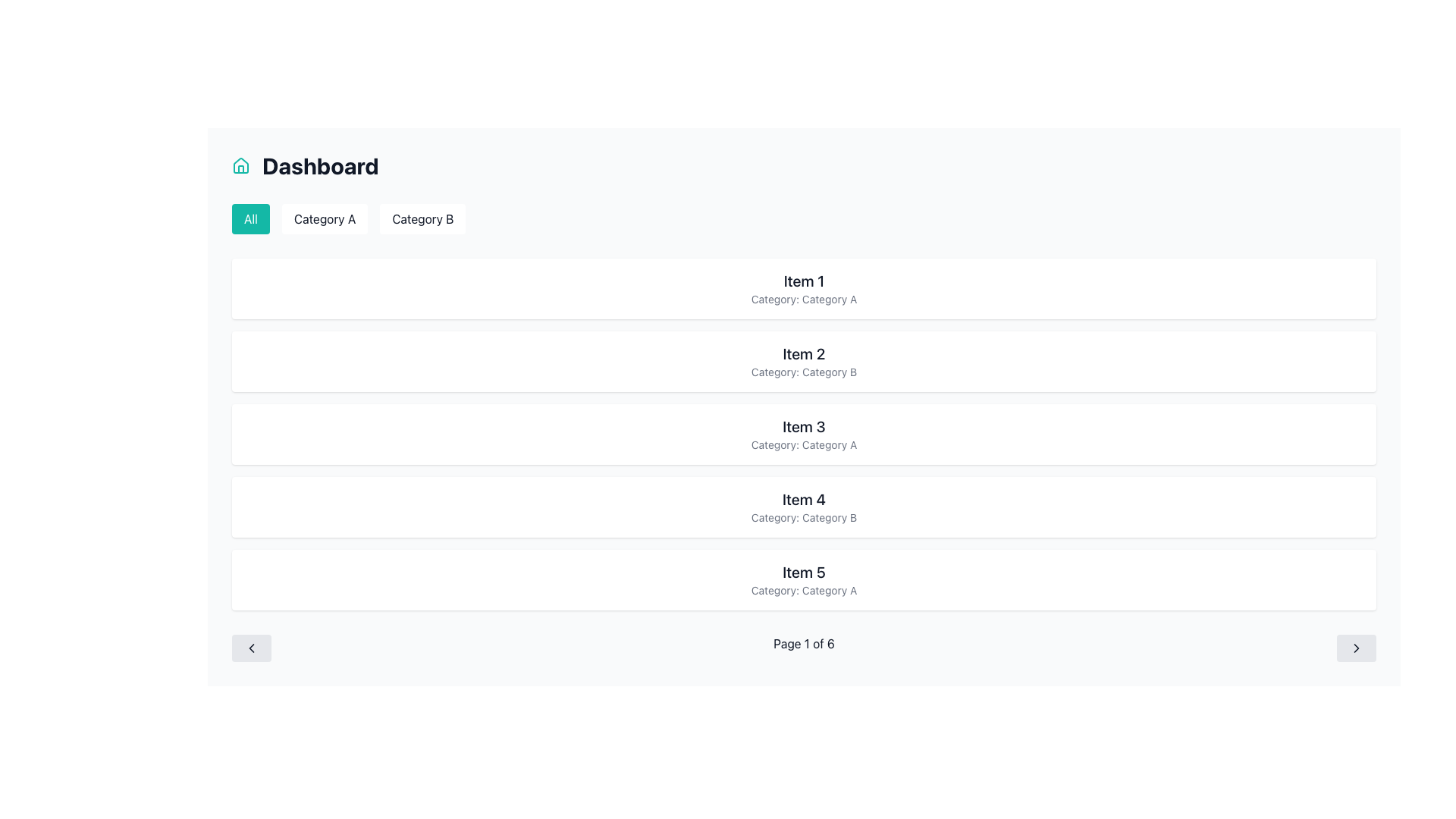 The width and height of the screenshot is (1456, 819). I want to click on the informative card displaying 'Item 1' with the subtitle 'Category: Category A', which is the first card in a vertical list of similar cards, so click(803, 289).